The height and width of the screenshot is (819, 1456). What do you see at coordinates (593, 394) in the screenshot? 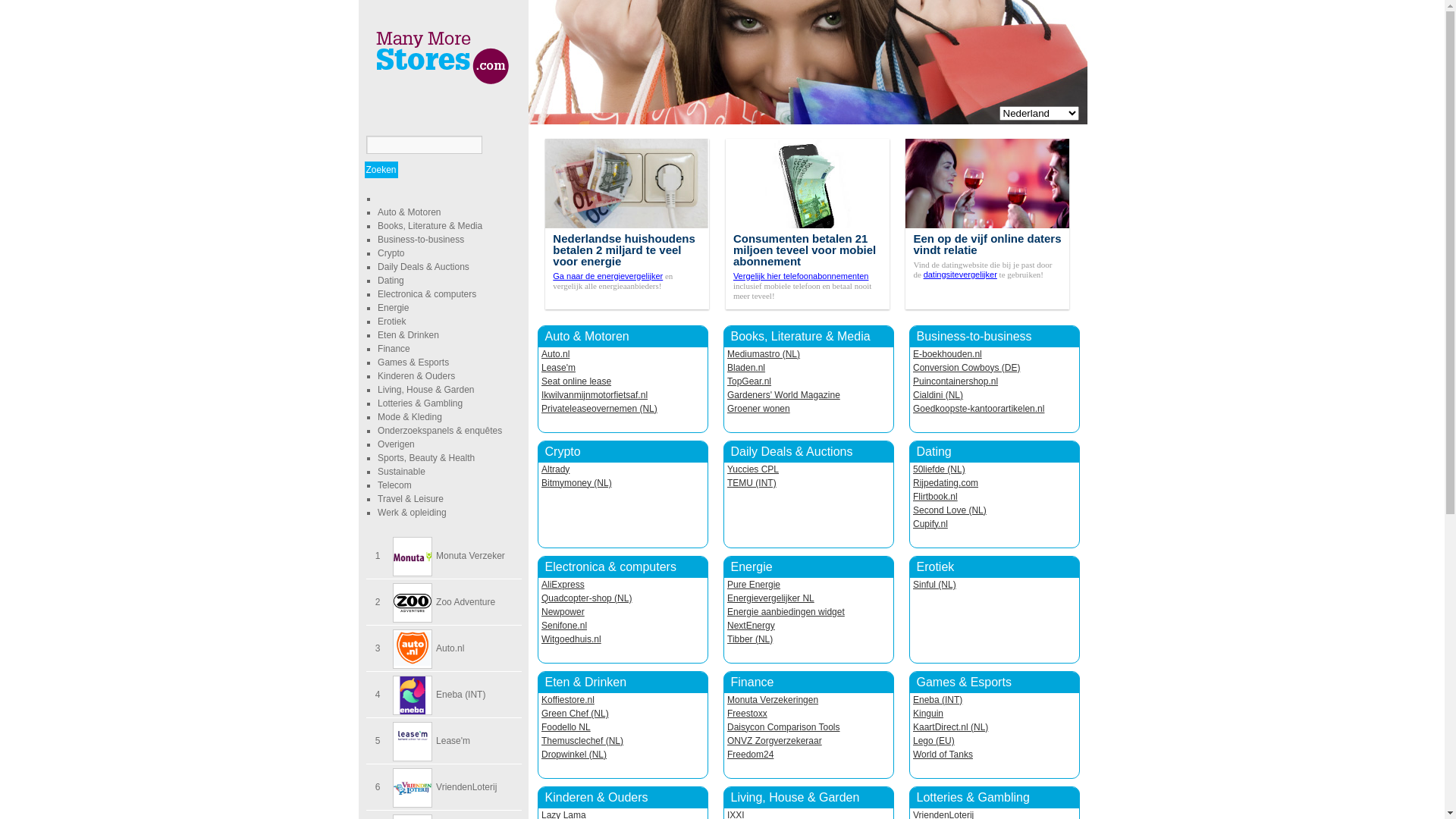
I see `'Ikwilvanmijnmotorfietsaf.nl'` at bounding box center [593, 394].